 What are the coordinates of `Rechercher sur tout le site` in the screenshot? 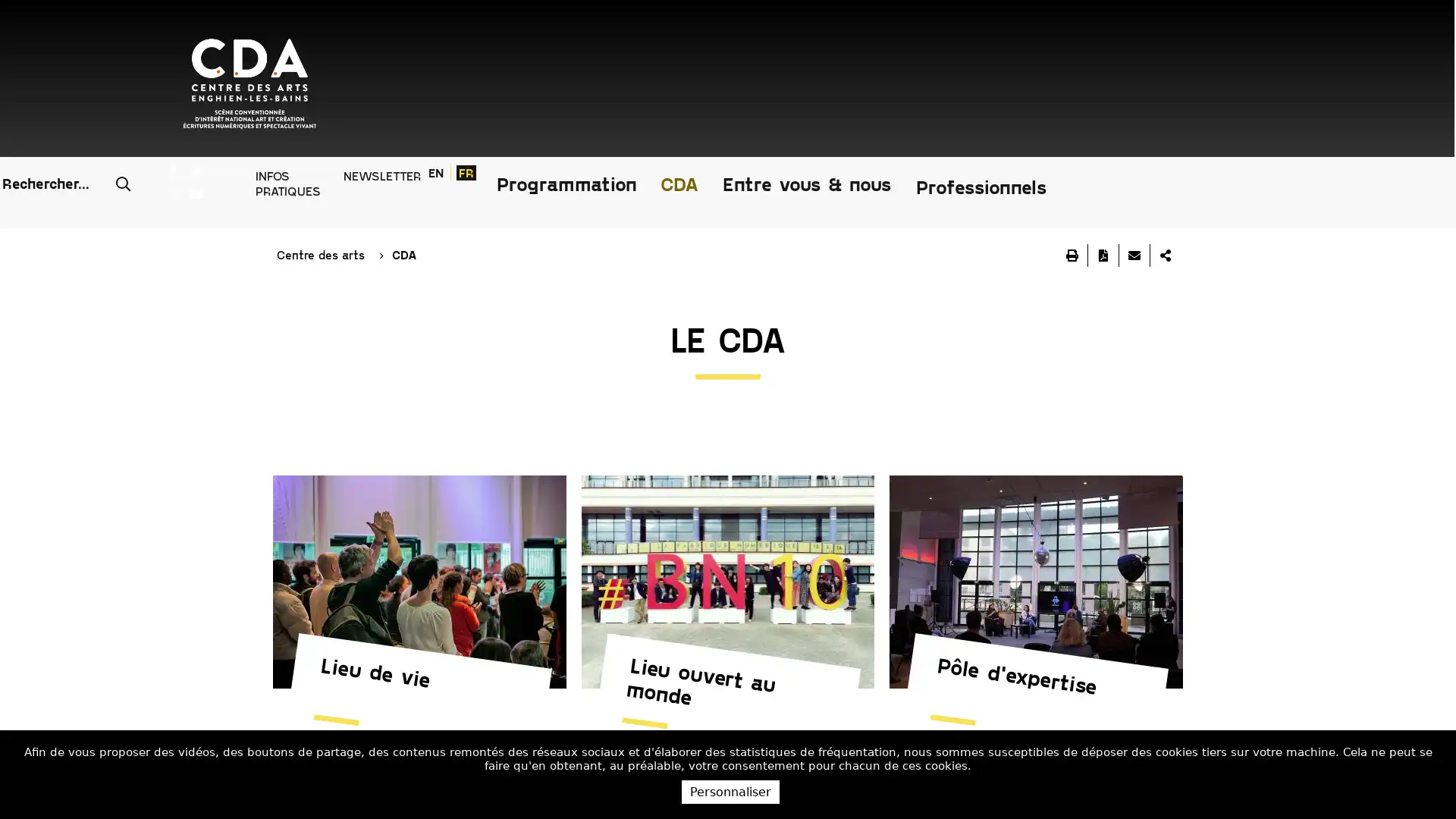 It's located at (767, 30).